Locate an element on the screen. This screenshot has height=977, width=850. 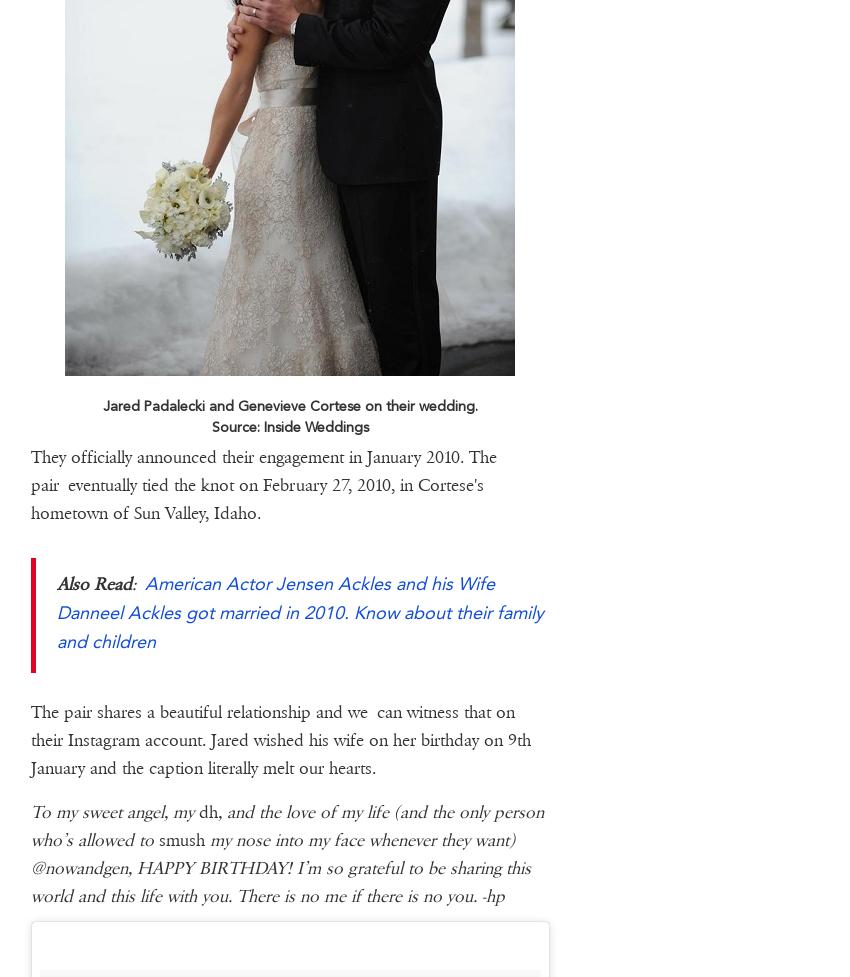
'smush' is located at coordinates (179, 838).